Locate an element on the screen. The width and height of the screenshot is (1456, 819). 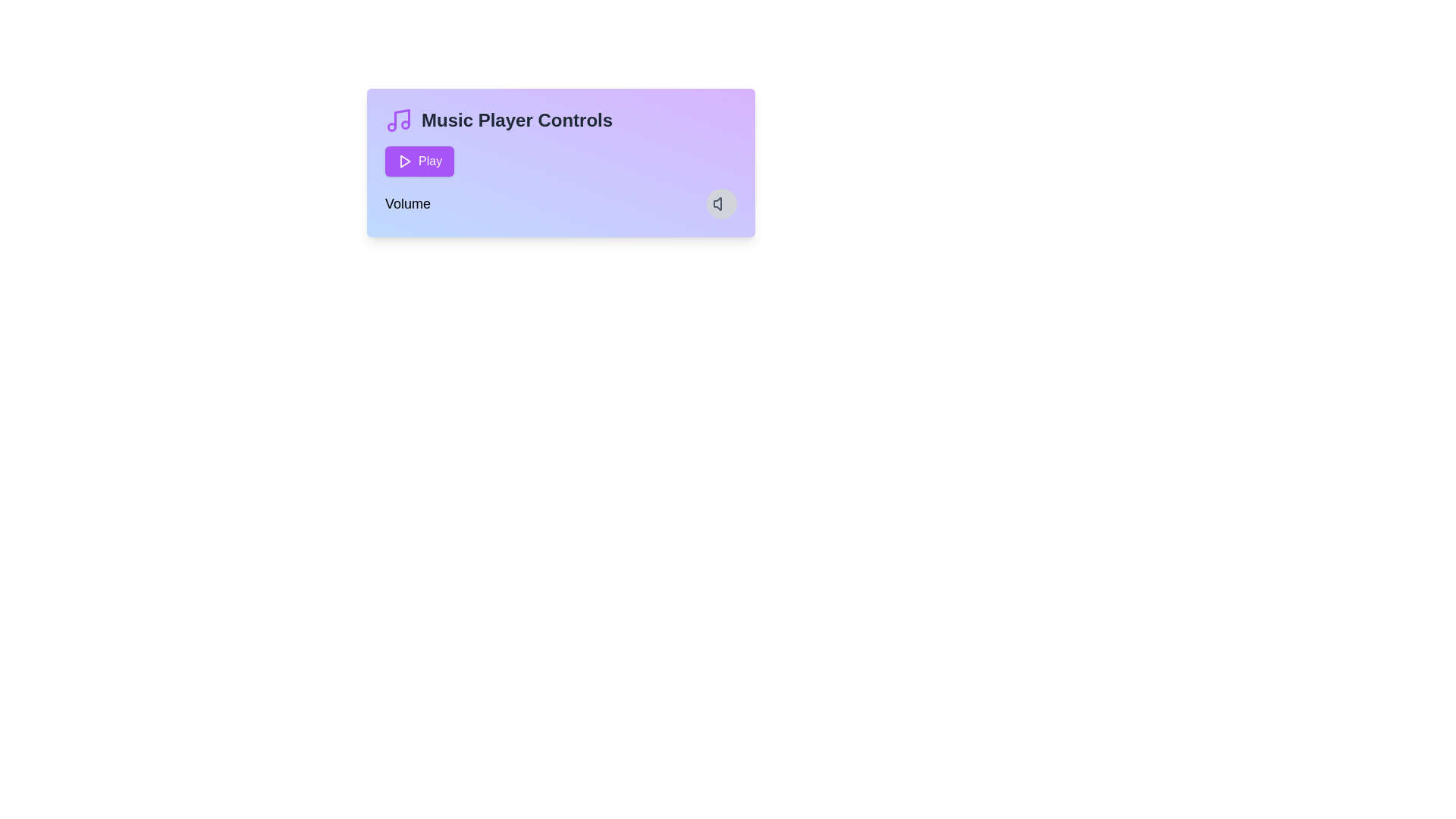
the static text displaying 'Music Player Controls' in bold and dark gray color, located near the top-left quadrant of the interface is located at coordinates (516, 119).